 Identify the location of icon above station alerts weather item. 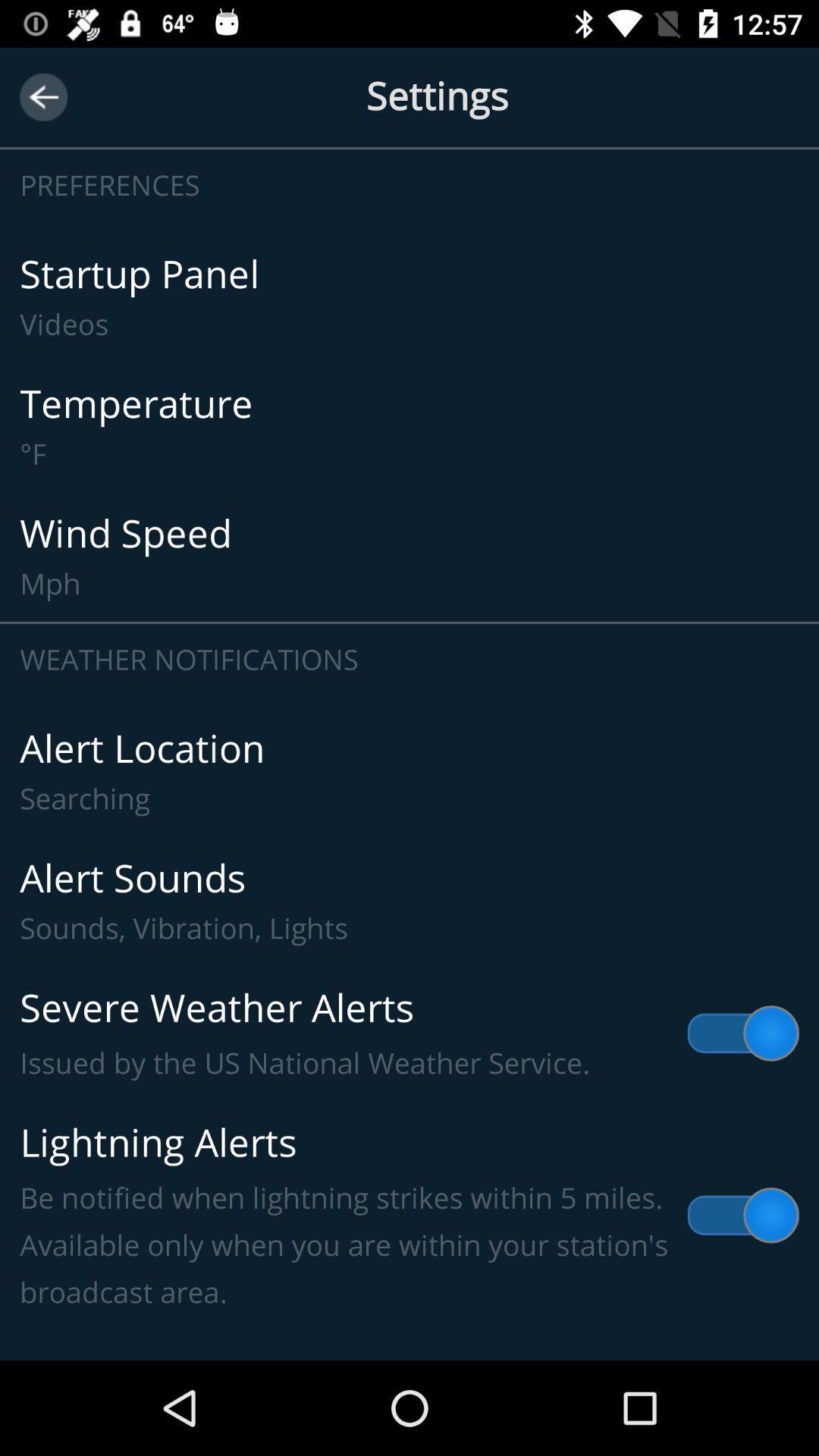
(409, 1216).